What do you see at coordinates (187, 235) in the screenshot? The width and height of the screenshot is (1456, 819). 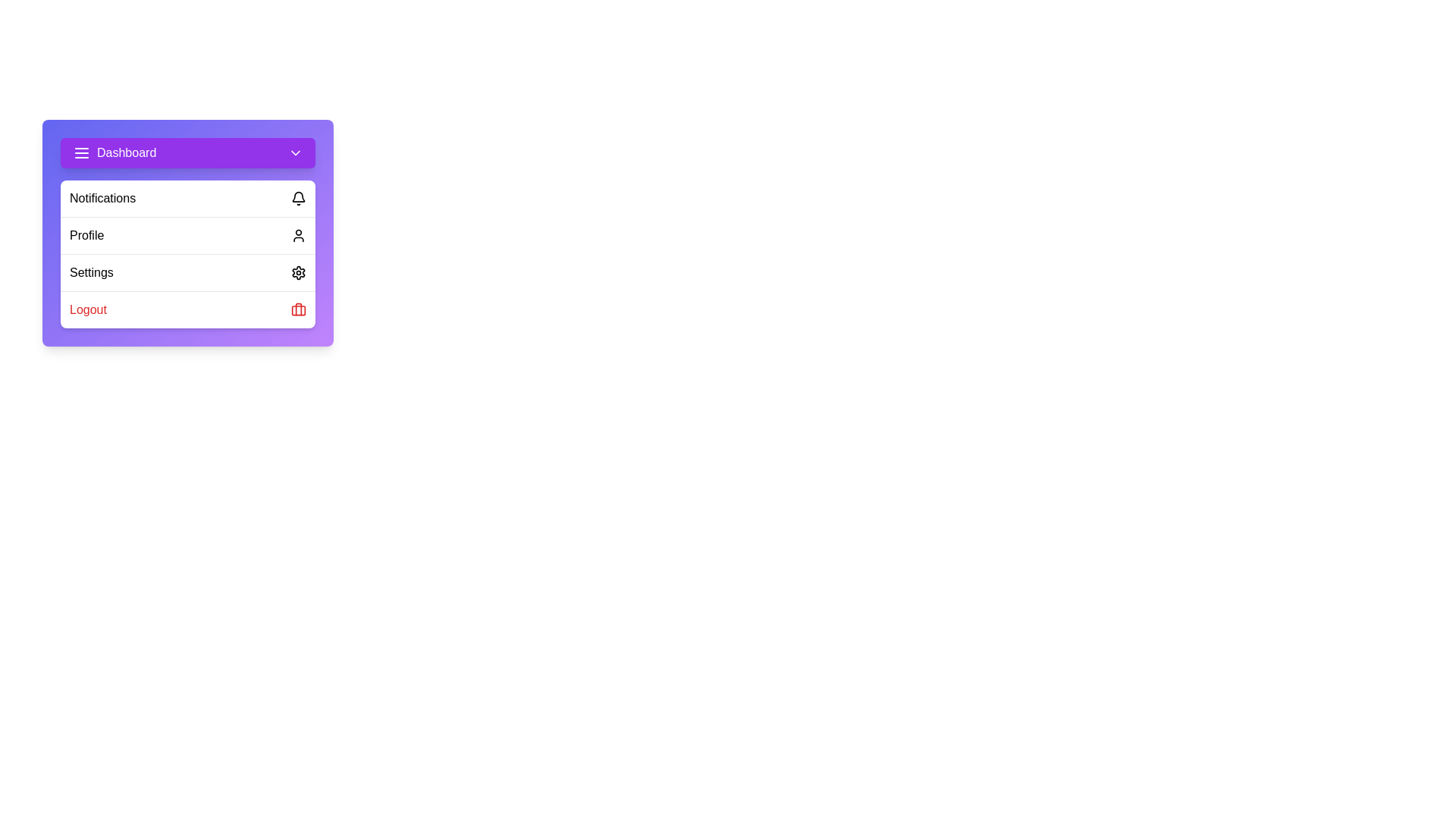 I see `the 'Profile' option in the dropdown menu` at bounding box center [187, 235].